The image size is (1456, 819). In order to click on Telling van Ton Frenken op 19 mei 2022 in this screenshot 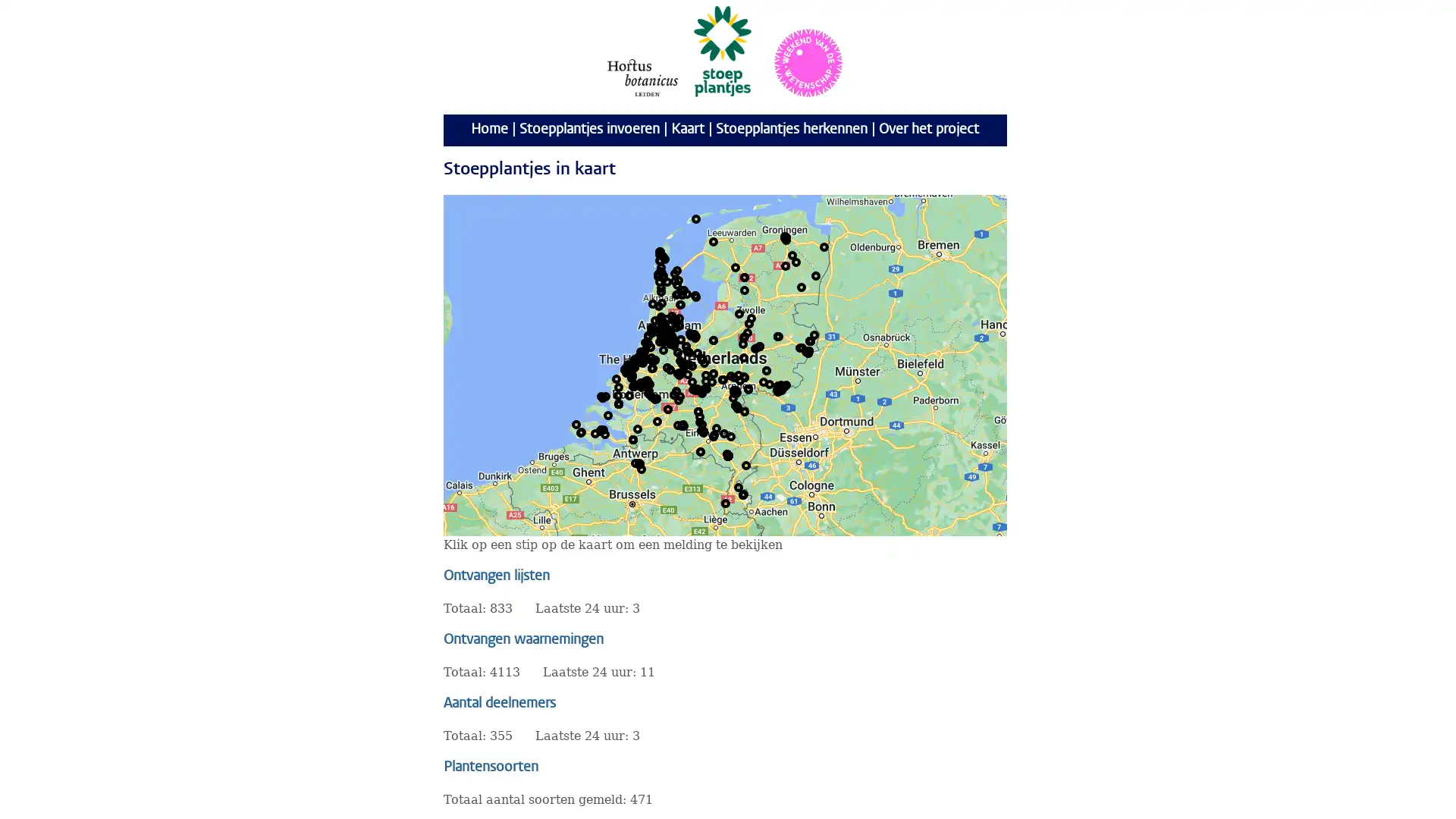, I will do `click(728, 455)`.